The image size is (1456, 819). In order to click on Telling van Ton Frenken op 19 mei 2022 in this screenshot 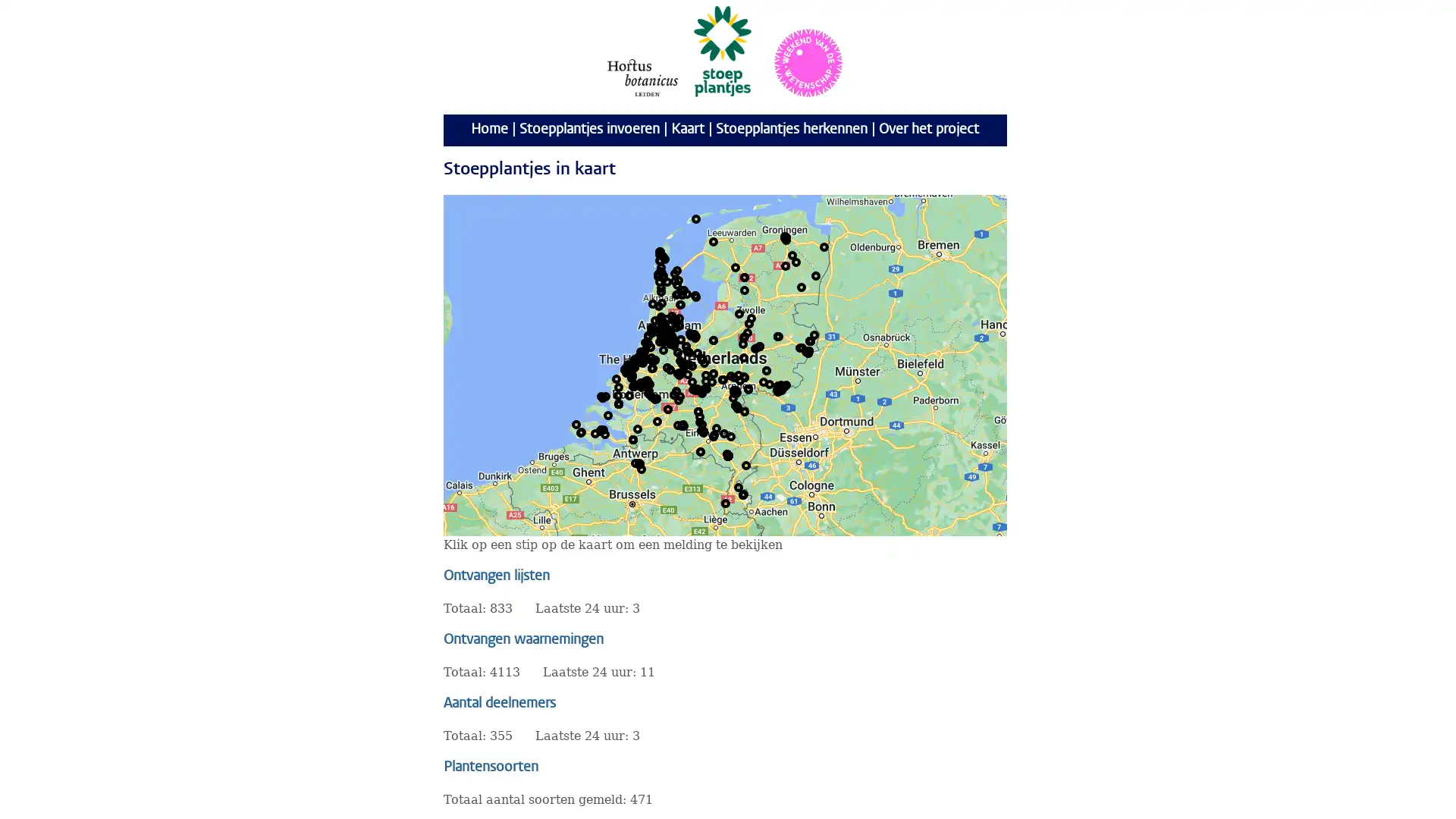, I will do `click(728, 455)`.